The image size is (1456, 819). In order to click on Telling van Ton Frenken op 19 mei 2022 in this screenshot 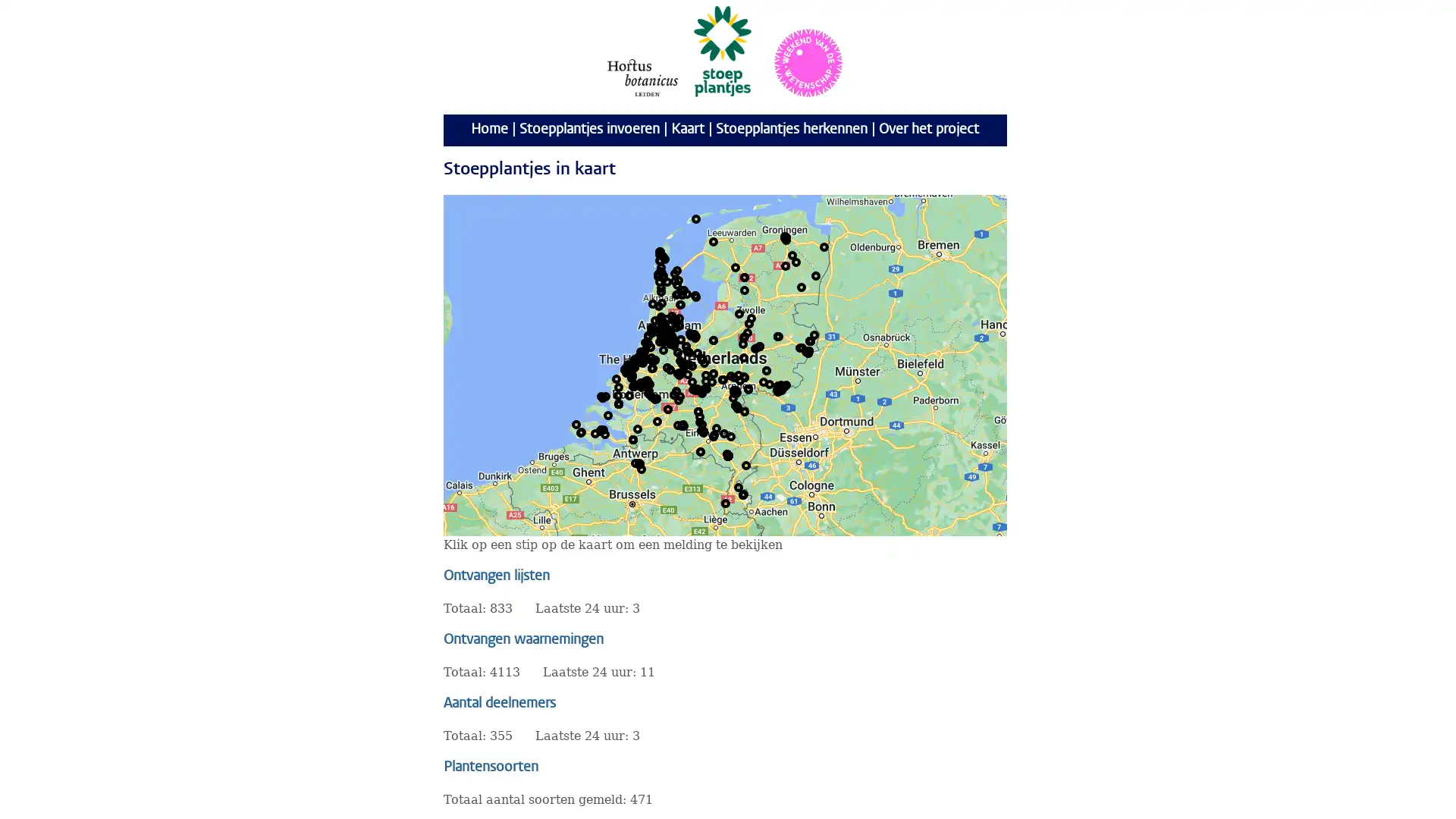, I will do `click(728, 455)`.